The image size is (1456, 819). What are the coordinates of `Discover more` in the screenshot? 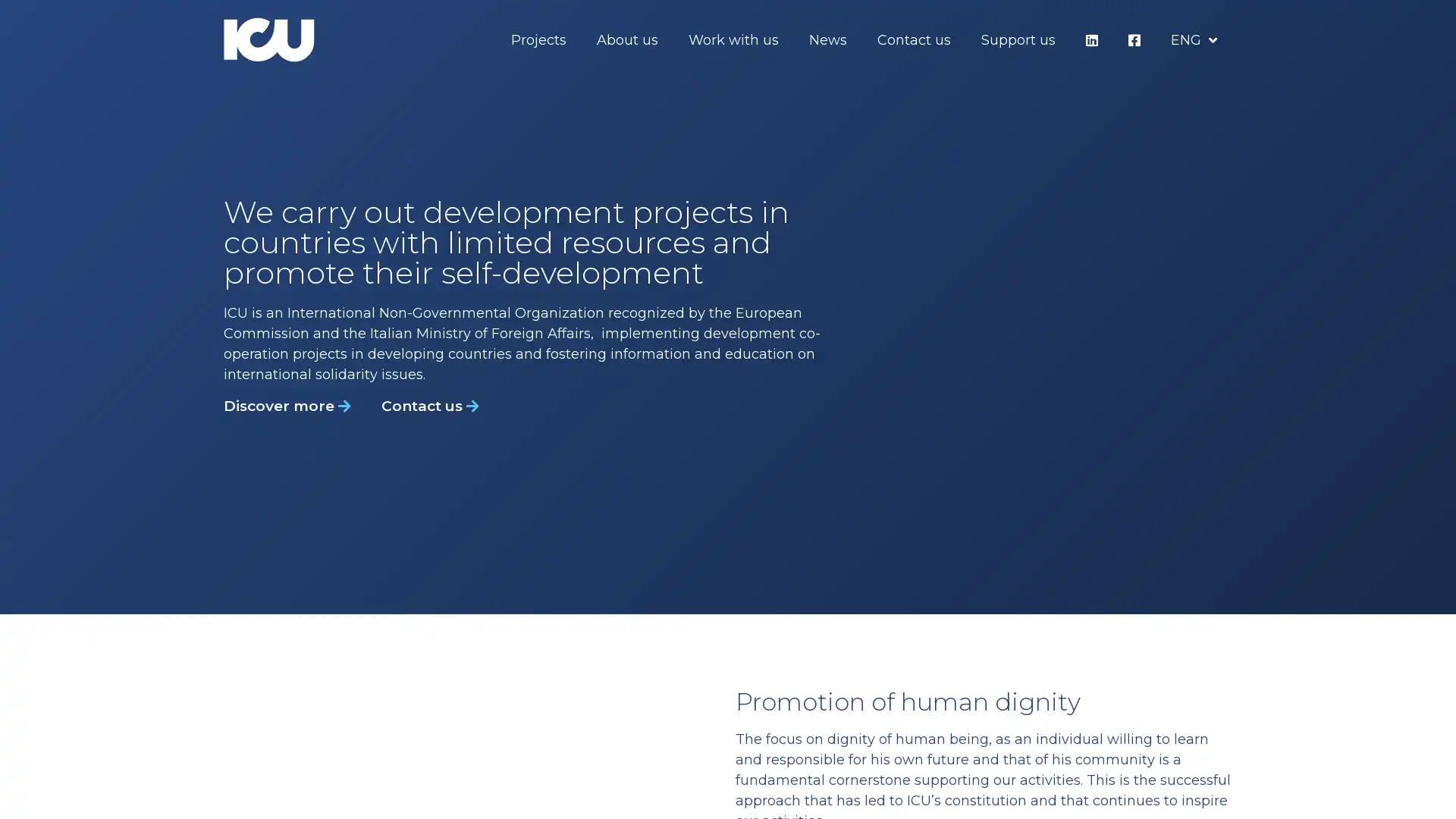 It's located at (287, 405).